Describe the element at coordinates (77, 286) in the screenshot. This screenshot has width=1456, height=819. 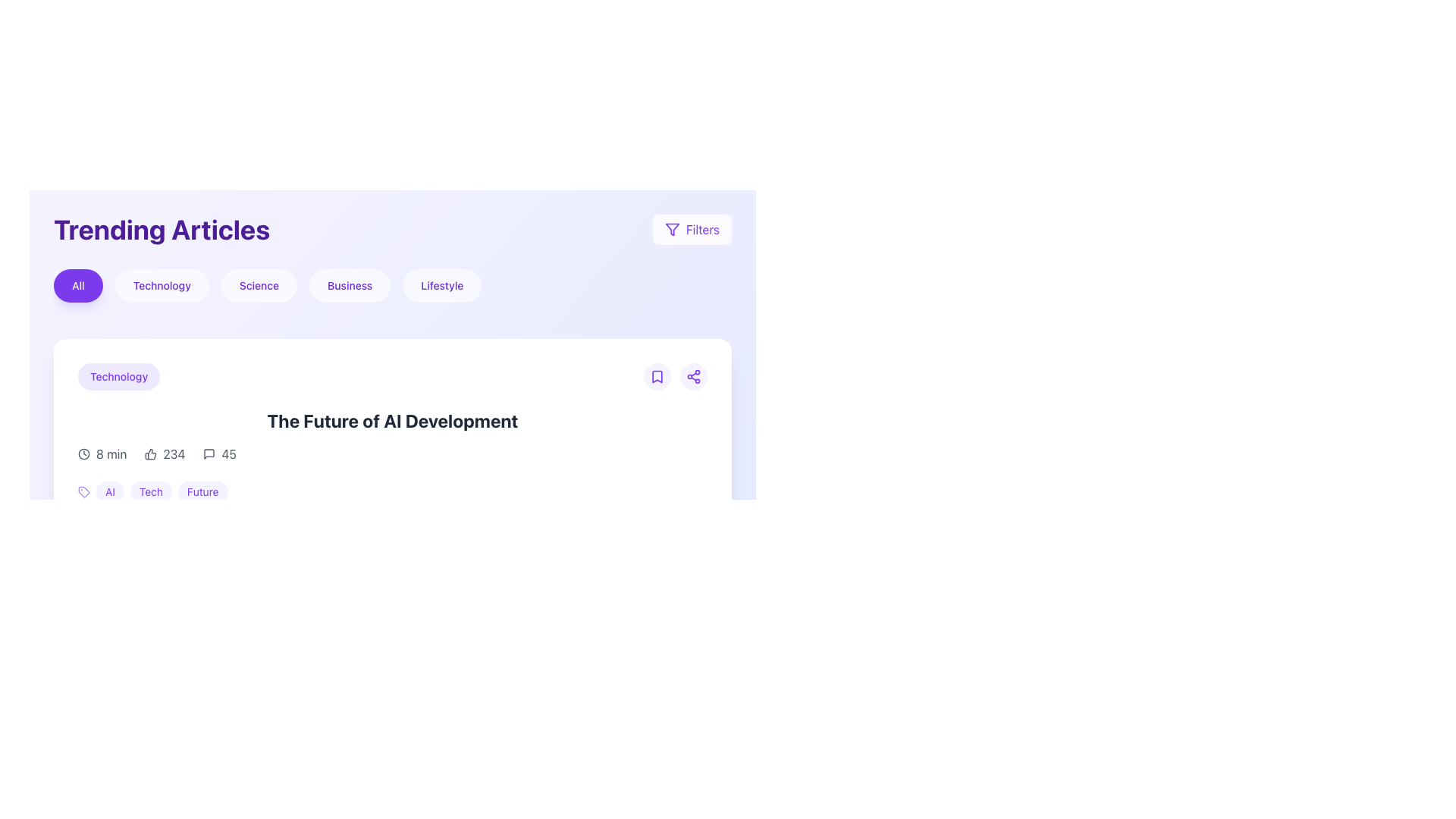
I see `the 'All' category button located in the horizontal navigation section, which is the first button on the left, to observe any hover effect` at that location.